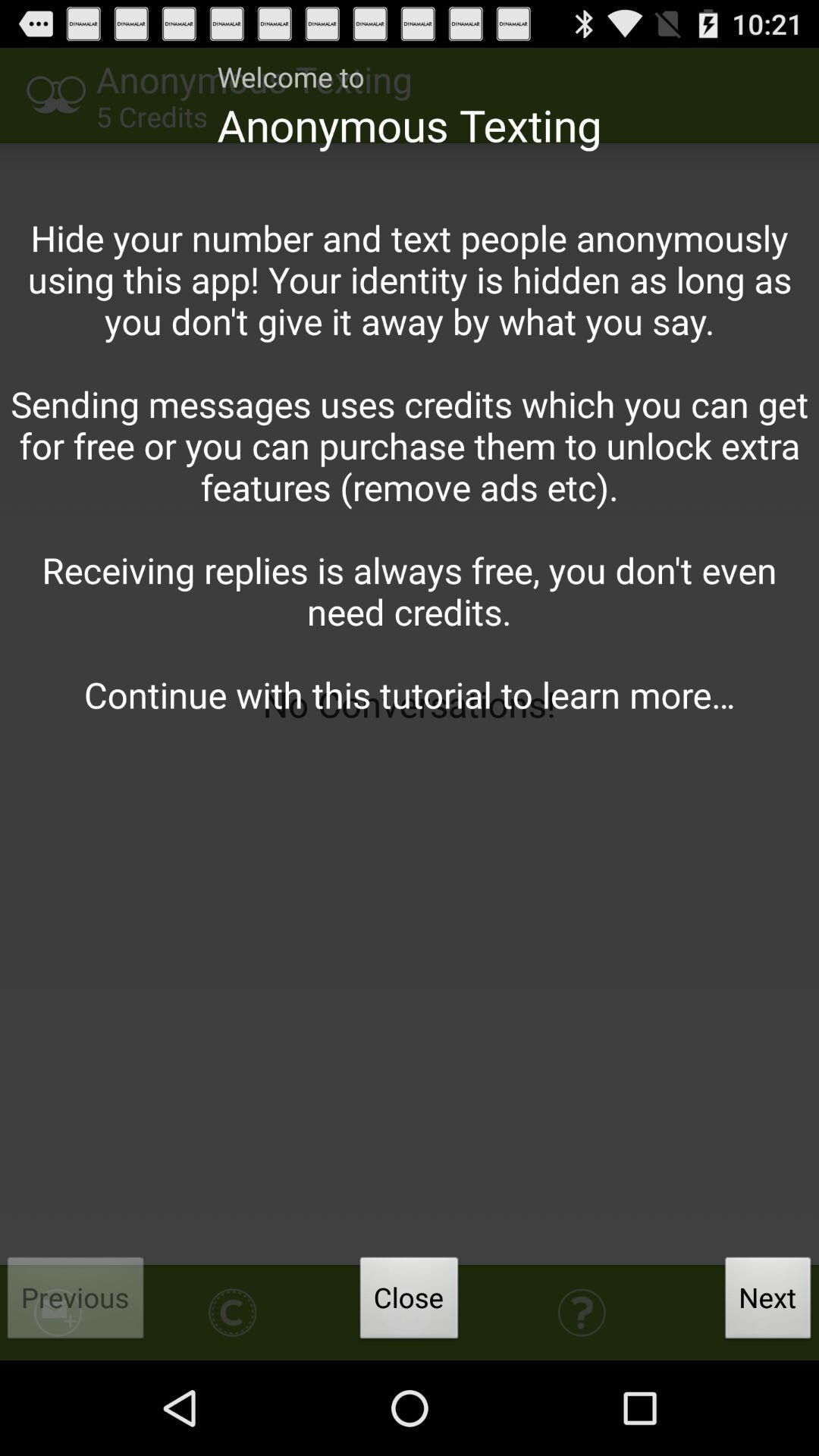  I want to click on the previous item, so click(76, 1301).